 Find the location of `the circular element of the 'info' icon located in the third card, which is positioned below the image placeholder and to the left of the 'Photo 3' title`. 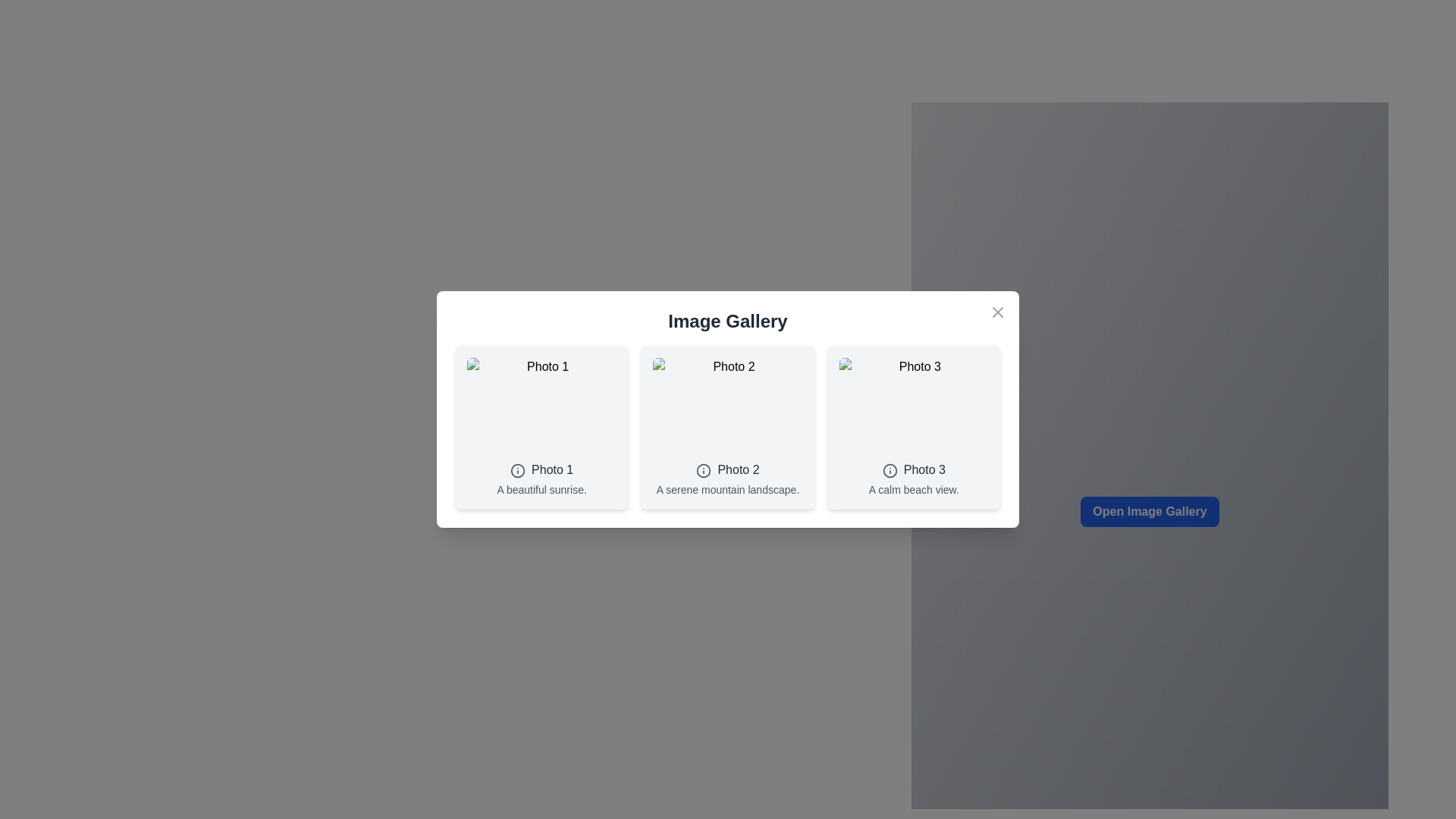

the circular element of the 'info' icon located in the third card, which is positioned below the image placeholder and to the left of the 'Photo 3' title is located at coordinates (890, 469).